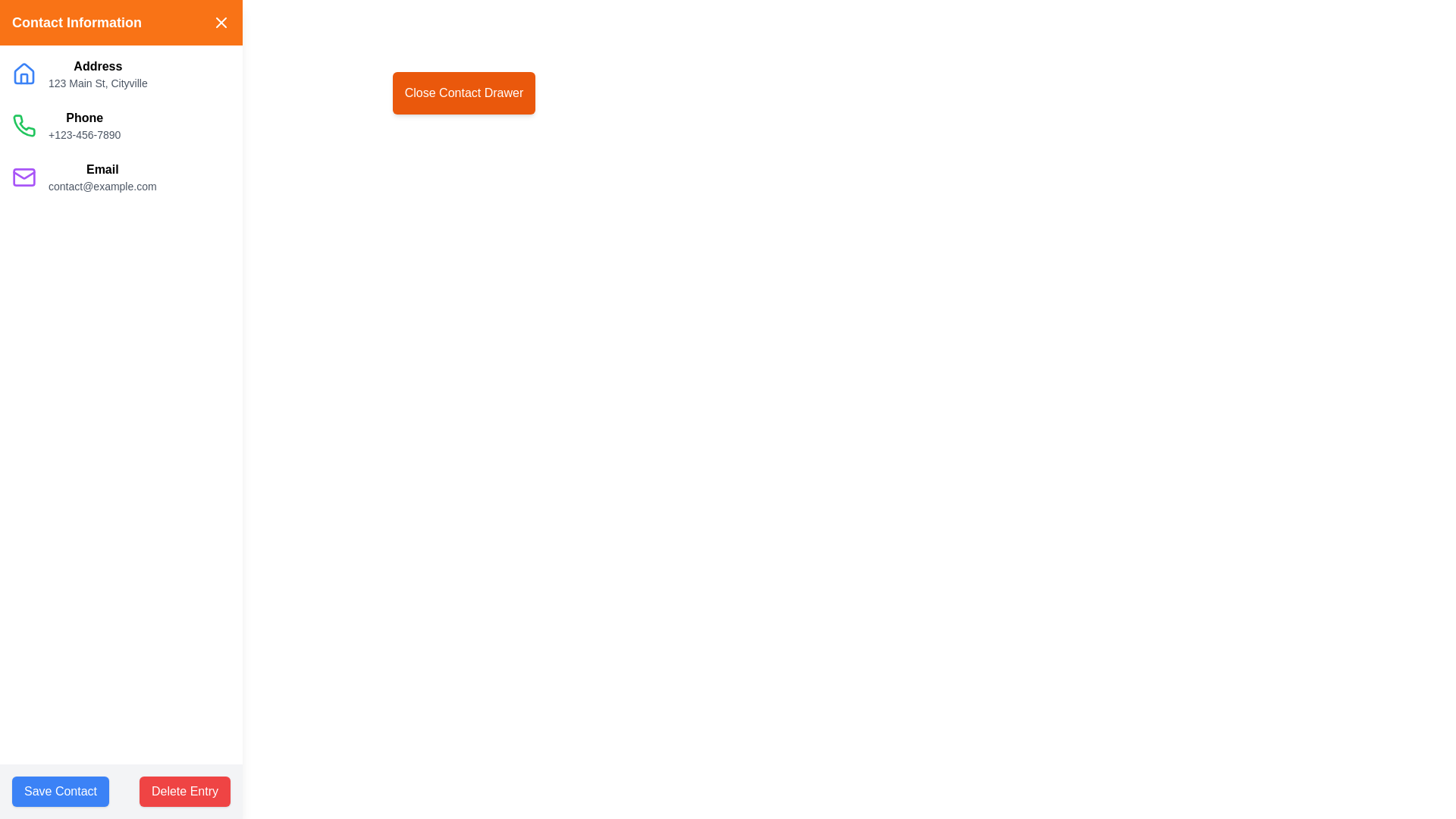  What do you see at coordinates (24, 73) in the screenshot?
I see `the SVG icon representing the 'Address' section within the contact information panel, located above the text 'Address'` at bounding box center [24, 73].